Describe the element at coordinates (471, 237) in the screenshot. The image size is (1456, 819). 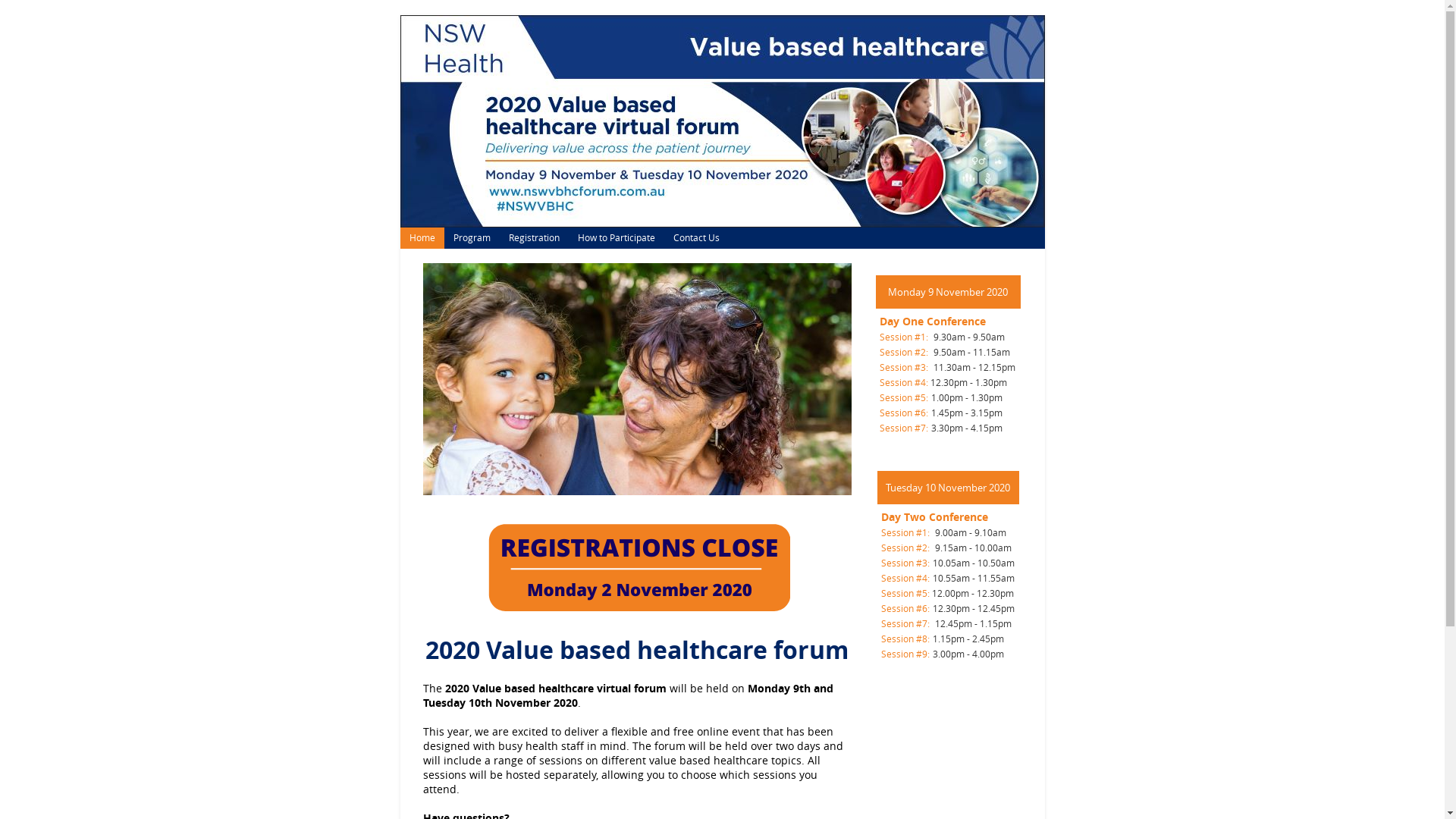
I see `'Program'` at that location.